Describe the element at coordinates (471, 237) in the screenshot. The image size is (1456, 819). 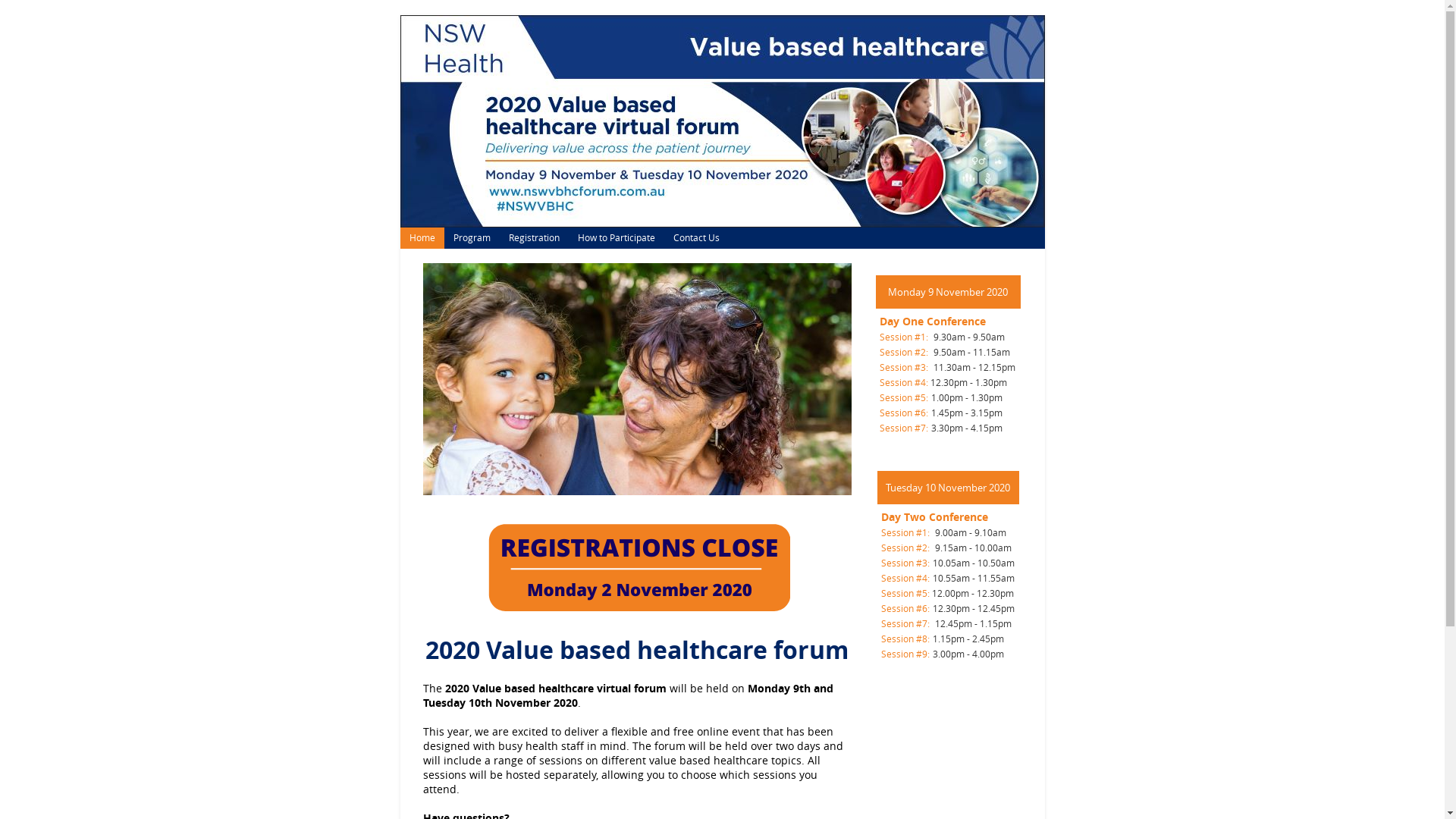
I see `'Program'` at that location.